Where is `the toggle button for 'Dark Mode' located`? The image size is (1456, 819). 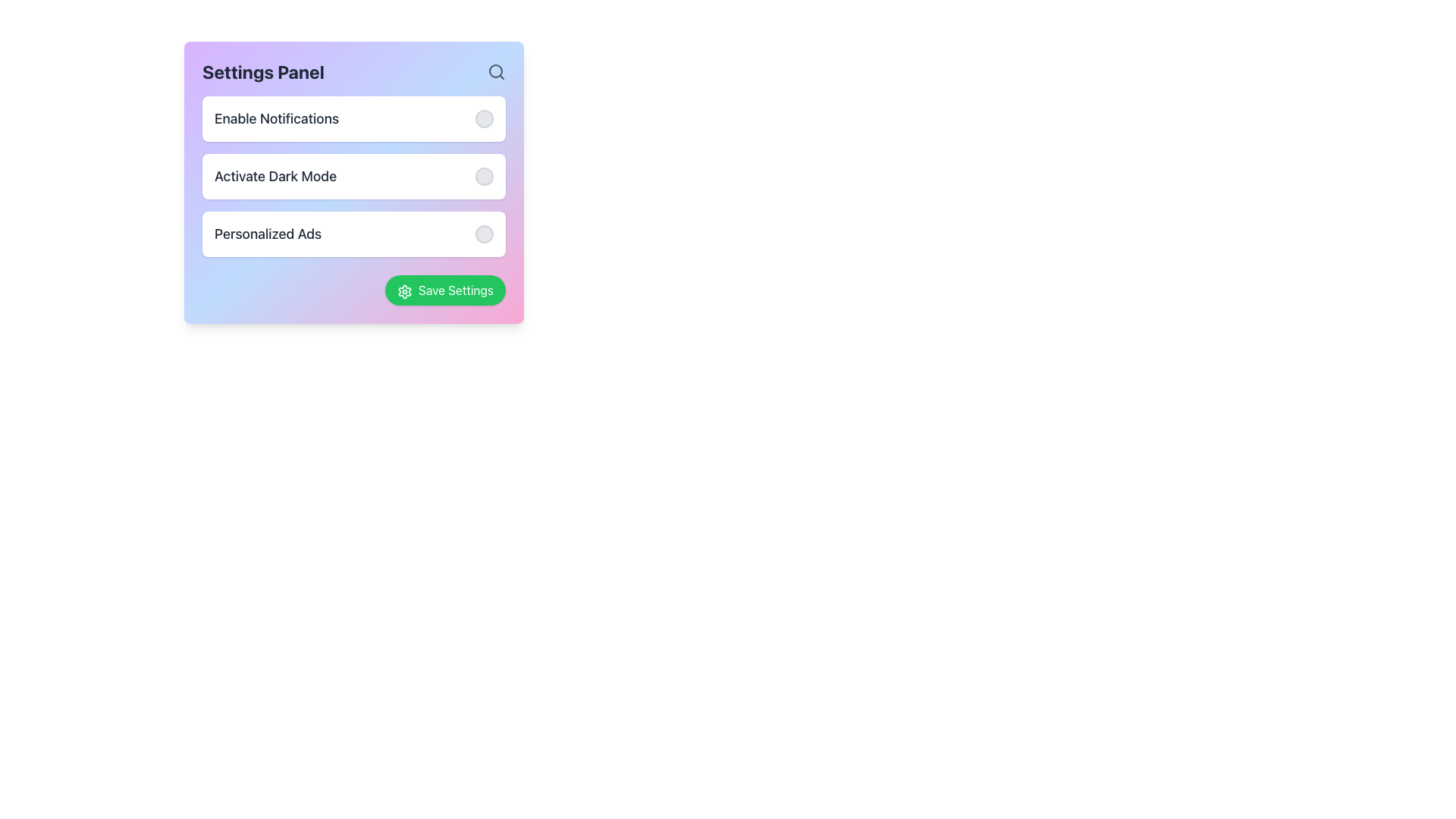 the toggle button for 'Dark Mode' located is located at coordinates (483, 175).